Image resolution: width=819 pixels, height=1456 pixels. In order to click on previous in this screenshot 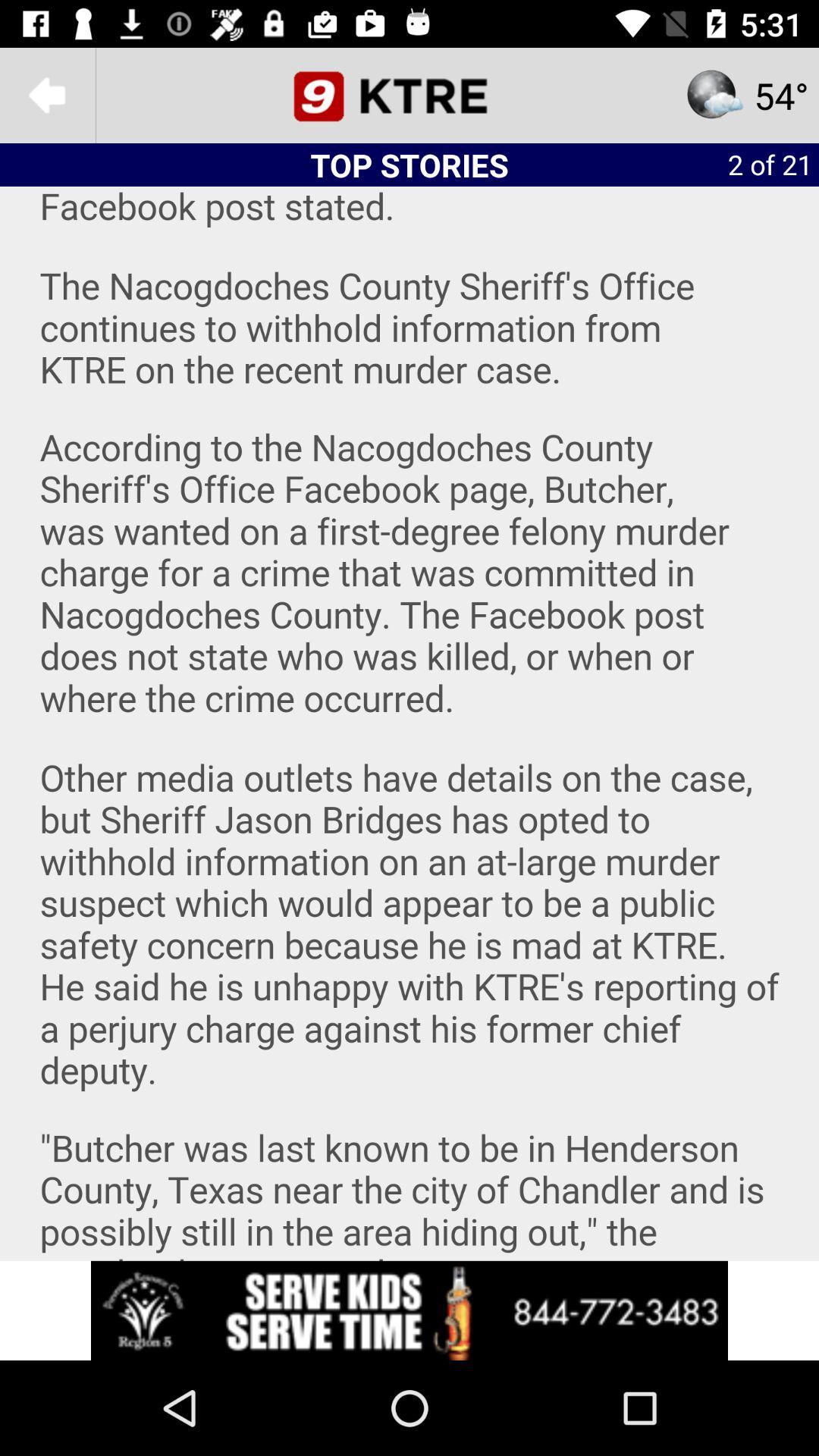, I will do `click(46, 94)`.